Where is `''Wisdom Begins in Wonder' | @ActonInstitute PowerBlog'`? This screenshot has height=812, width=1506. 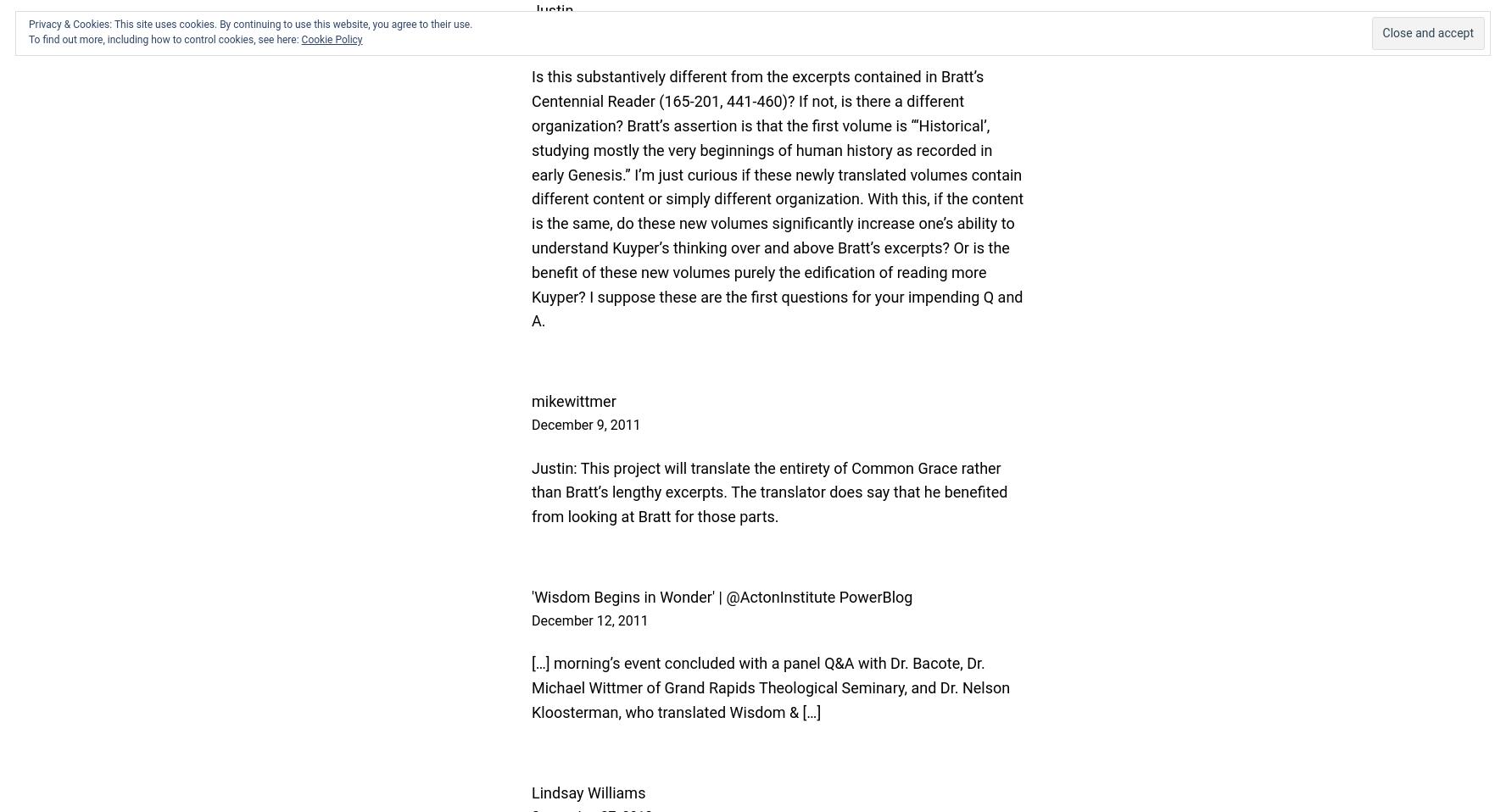 ''Wisdom Begins in Wonder' | @ActonInstitute PowerBlog' is located at coordinates (722, 595).